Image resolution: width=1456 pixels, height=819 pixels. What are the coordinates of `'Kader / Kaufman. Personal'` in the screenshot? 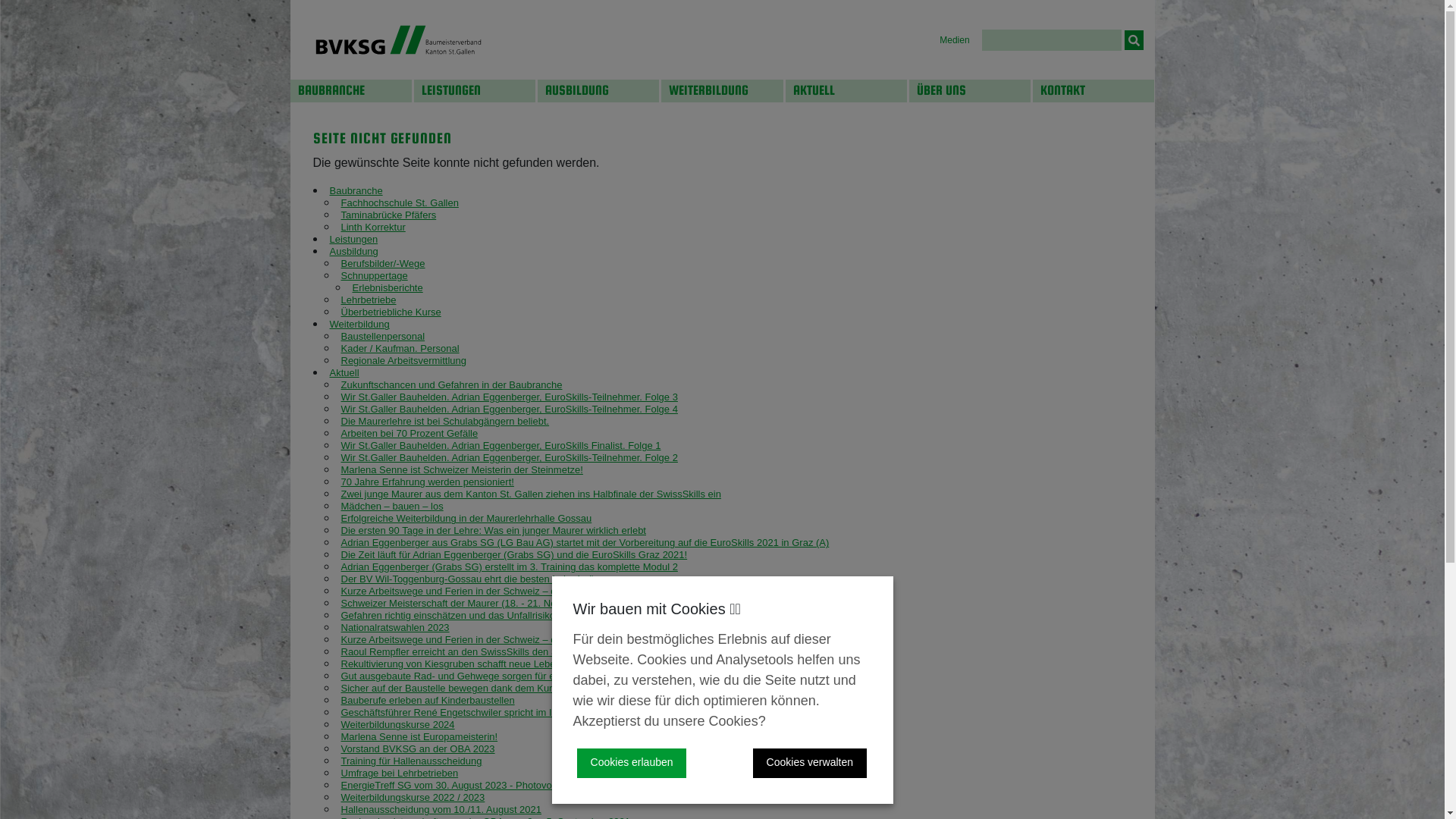 It's located at (400, 348).